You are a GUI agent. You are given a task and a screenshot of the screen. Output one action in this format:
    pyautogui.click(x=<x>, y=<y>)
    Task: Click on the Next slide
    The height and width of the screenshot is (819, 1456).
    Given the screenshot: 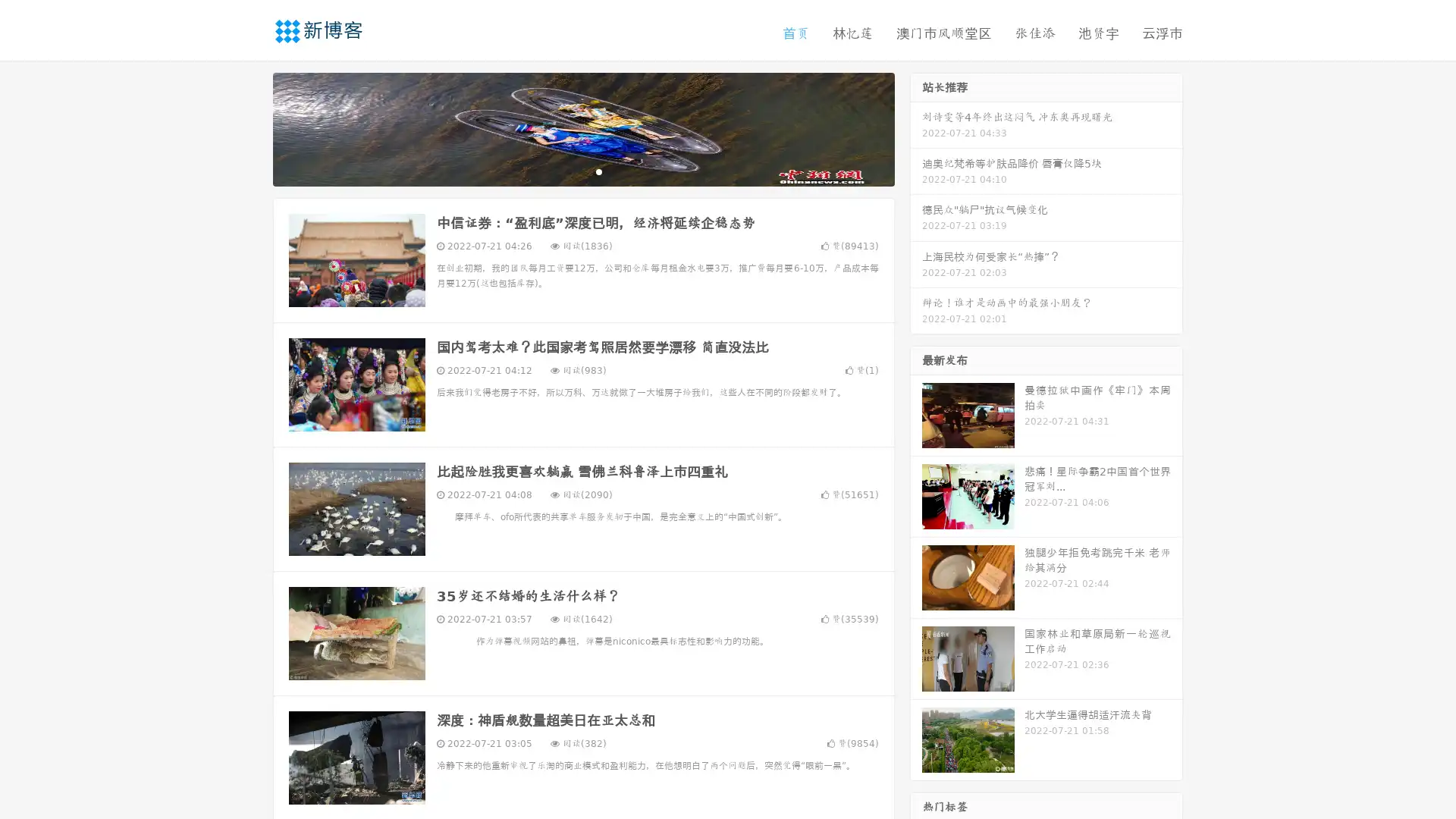 What is the action you would take?
    pyautogui.click(x=916, y=127)
    